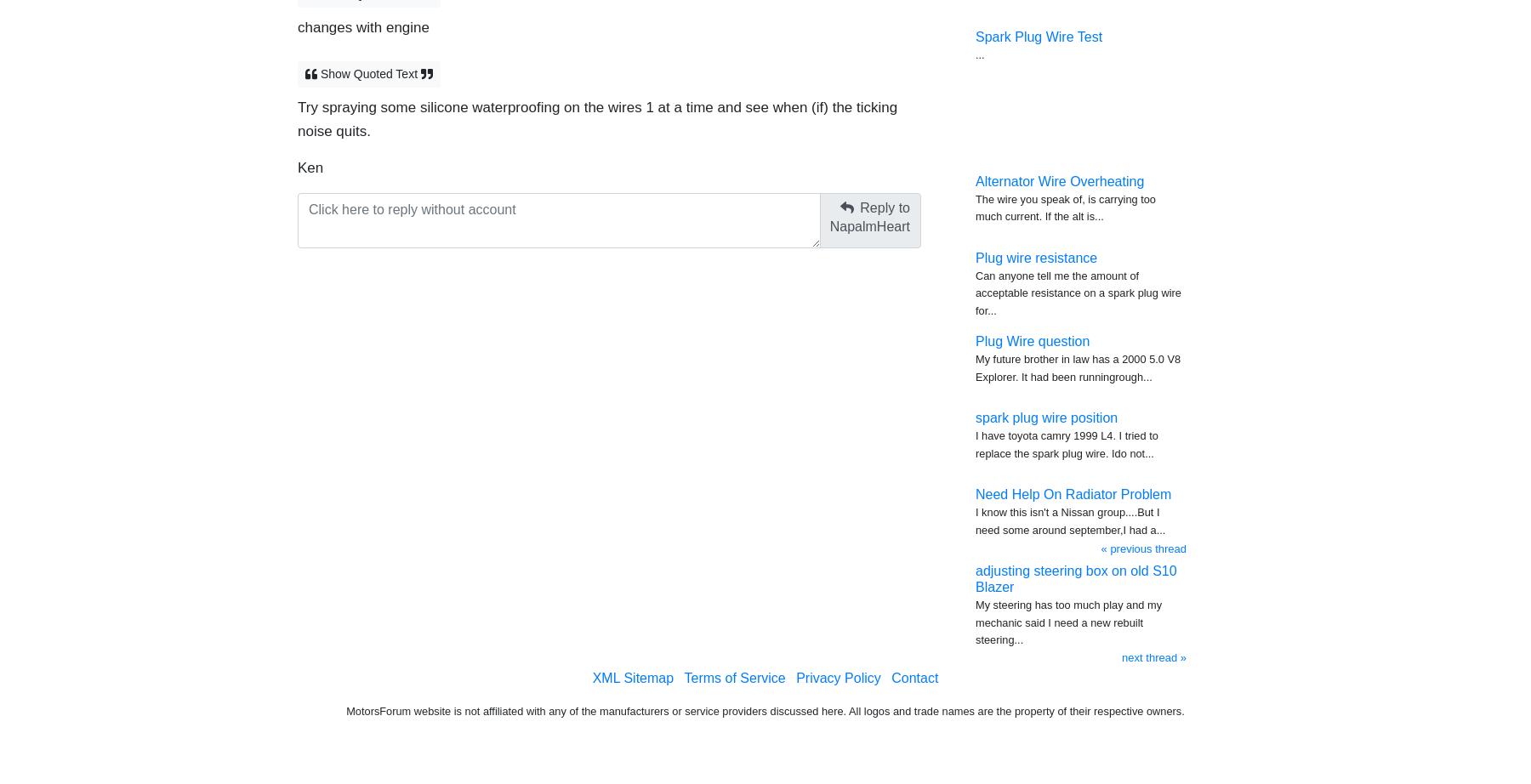 Image resolution: width=1531 pixels, height=784 pixels. I want to click on 'MotorsForum website is not affiliated with any of the manufacturers or service providers discussed here.
        All logos and trade names are the property of their respective owners.', so click(765, 709).